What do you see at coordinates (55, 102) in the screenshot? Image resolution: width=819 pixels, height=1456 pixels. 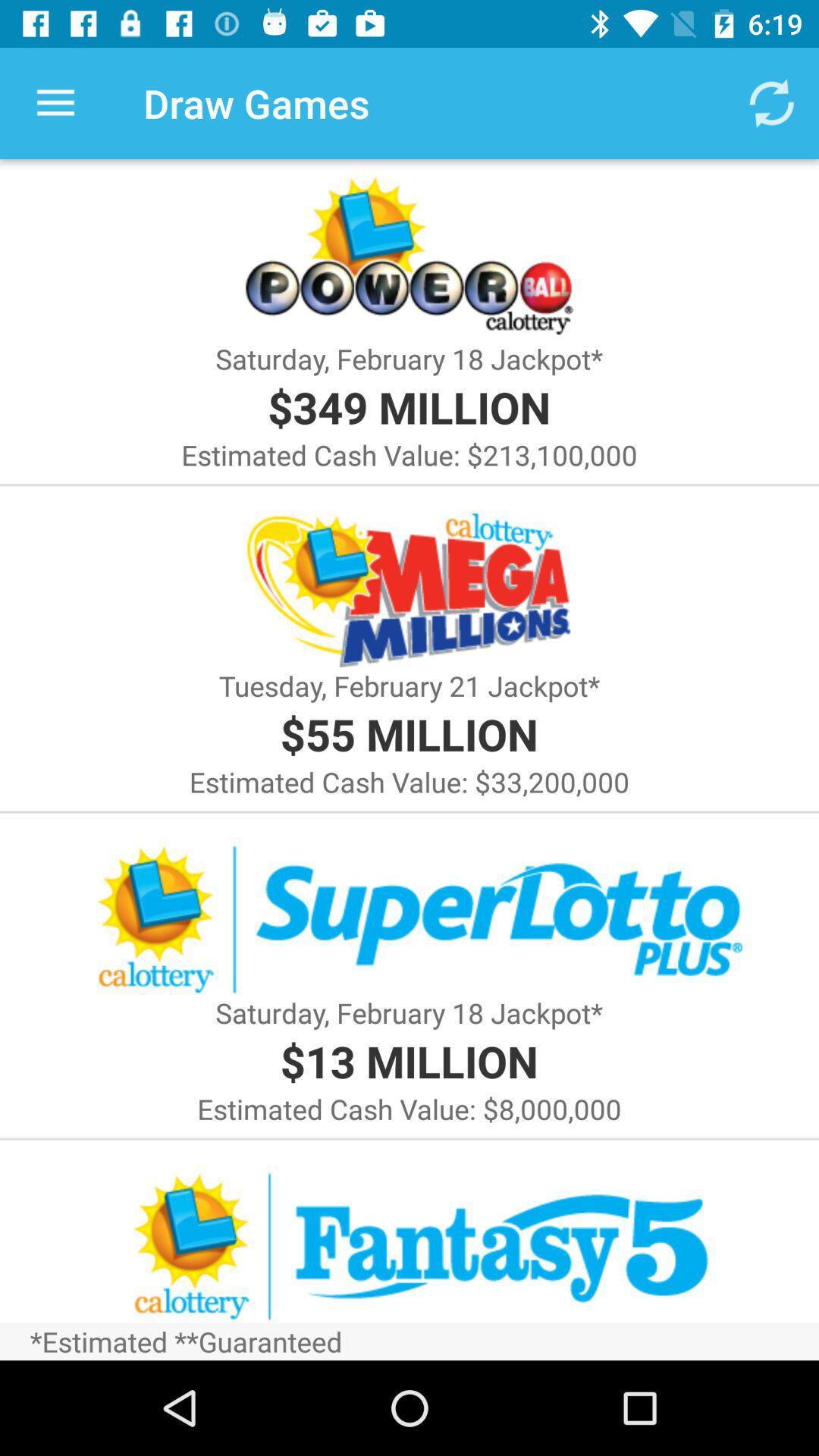 I see `the app next to draw games icon` at bounding box center [55, 102].